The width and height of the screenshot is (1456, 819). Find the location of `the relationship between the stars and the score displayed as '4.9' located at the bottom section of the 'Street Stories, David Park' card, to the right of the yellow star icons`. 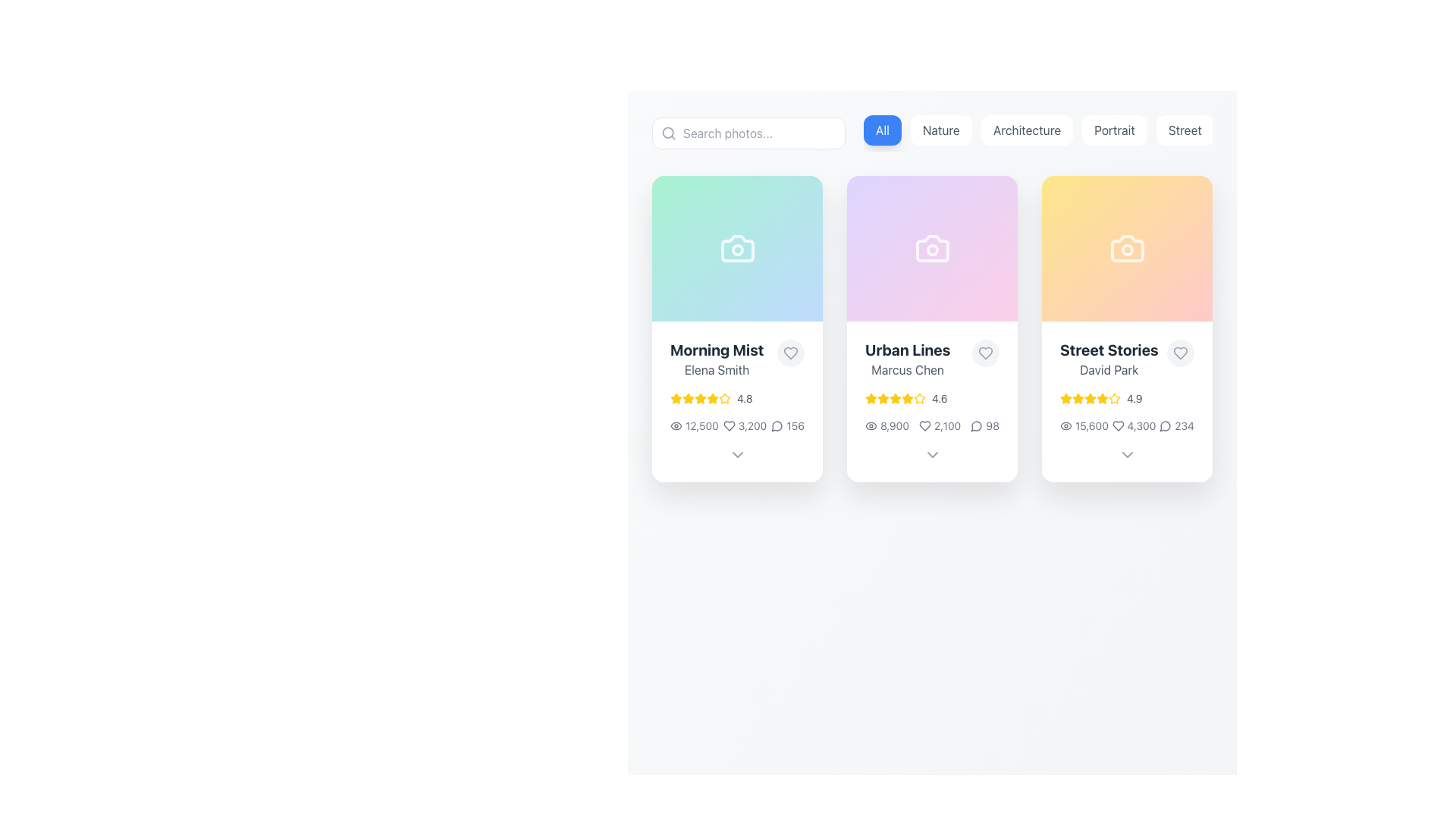

the relationship between the stars and the score displayed as '4.9' located at the bottom section of the 'Street Stories, David Park' card, to the right of the yellow star icons is located at coordinates (1134, 397).